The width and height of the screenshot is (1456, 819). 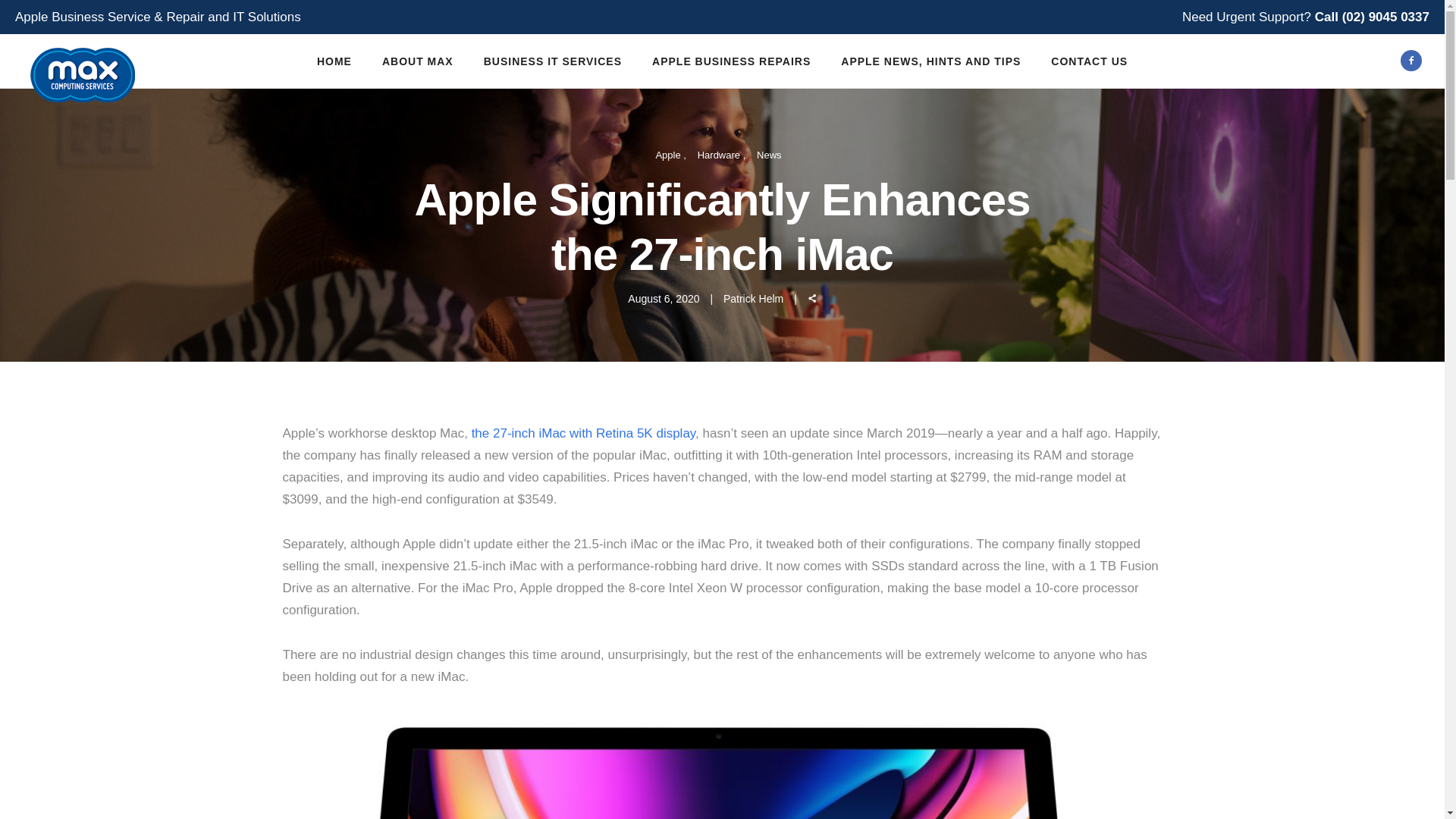 I want to click on 'CONTACT US', so click(x=1088, y=61).